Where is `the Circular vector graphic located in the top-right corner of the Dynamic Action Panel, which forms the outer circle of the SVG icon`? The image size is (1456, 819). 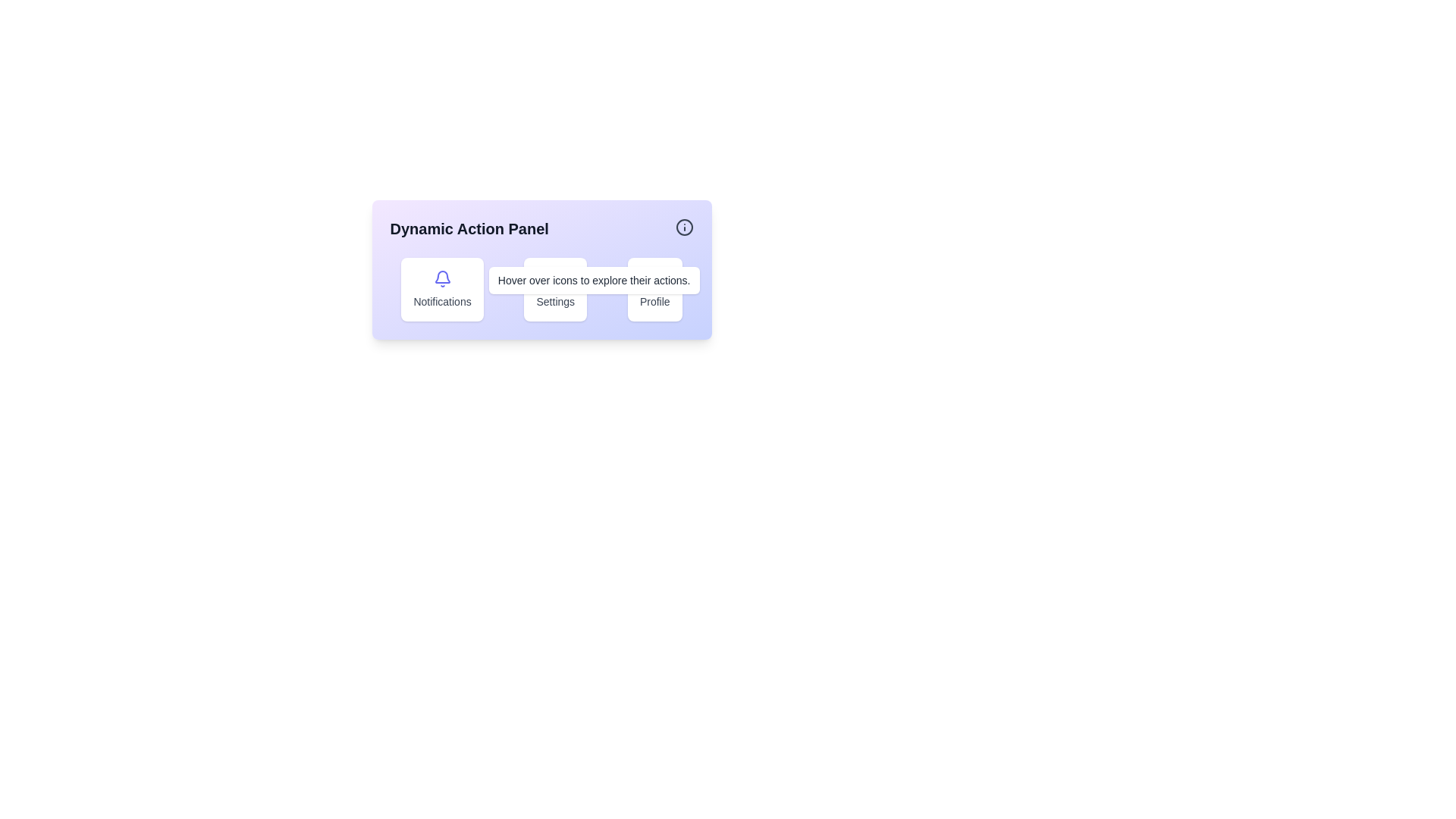
the Circular vector graphic located in the top-right corner of the Dynamic Action Panel, which forms the outer circle of the SVG icon is located at coordinates (683, 227).